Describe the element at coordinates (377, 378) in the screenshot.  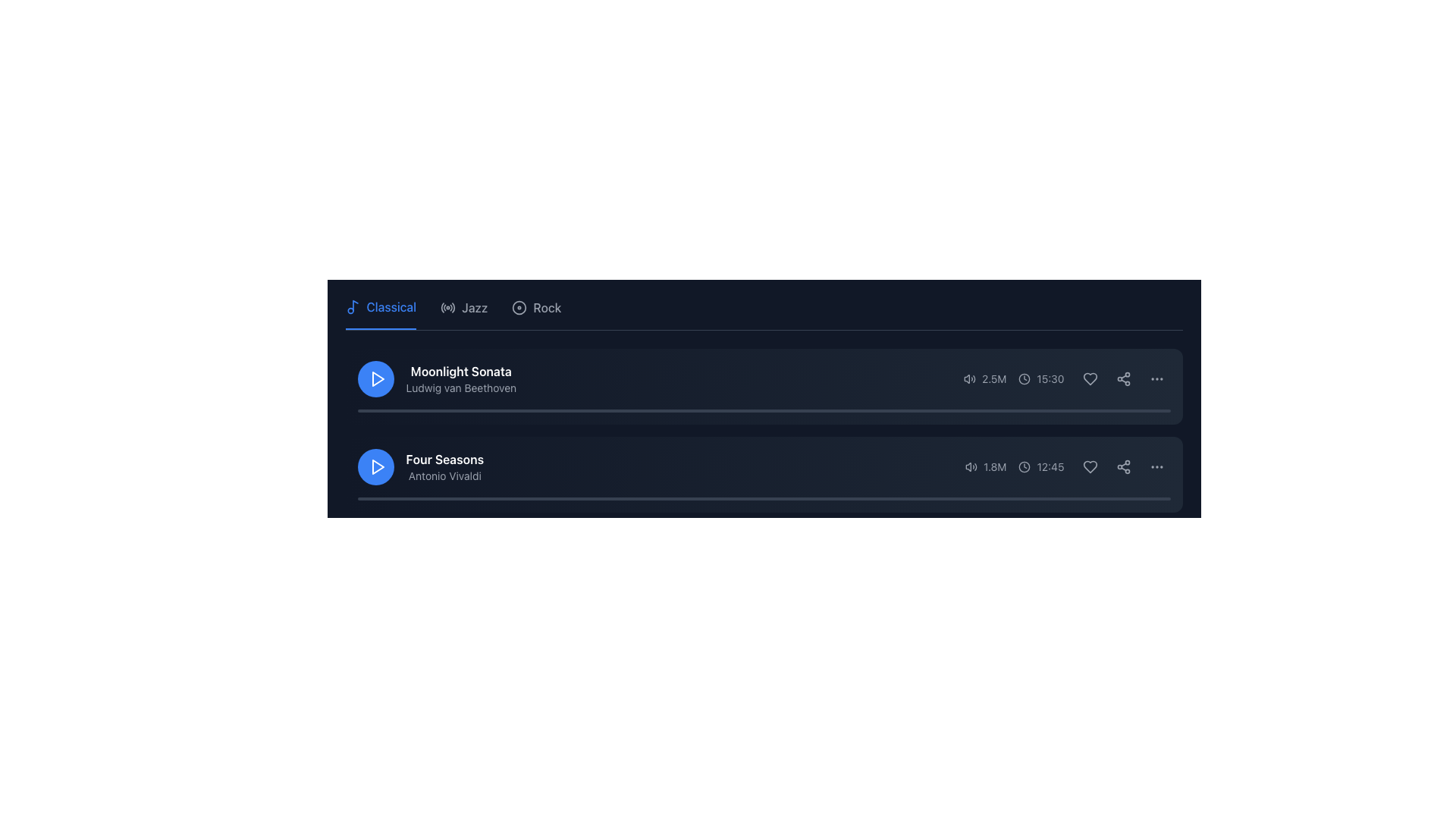
I see `the play icon within the circular button` at that location.